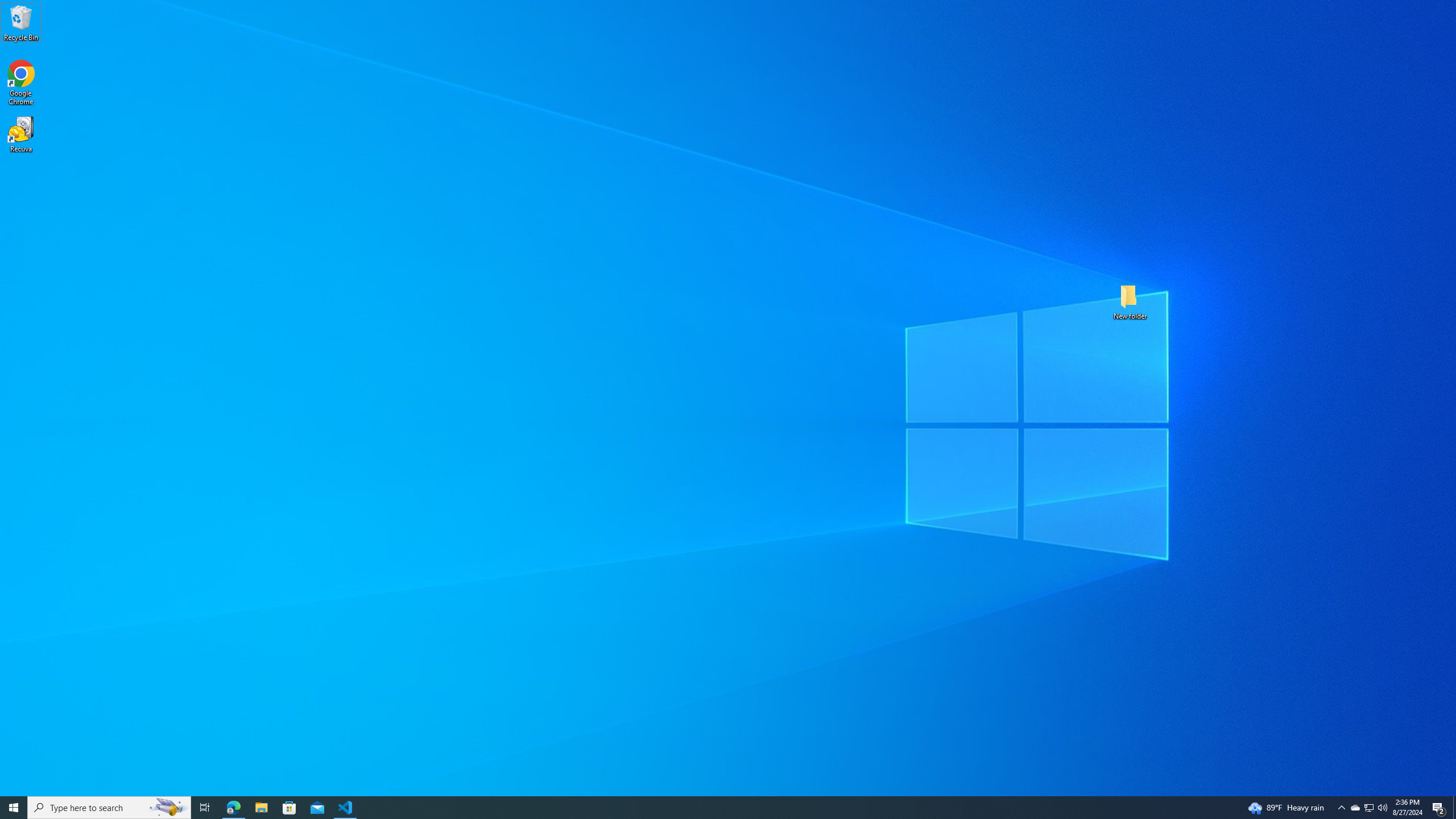 This screenshot has width=1456, height=819. What do you see at coordinates (204, 806) in the screenshot?
I see `'Task View'` at bounding box center [204, 806].